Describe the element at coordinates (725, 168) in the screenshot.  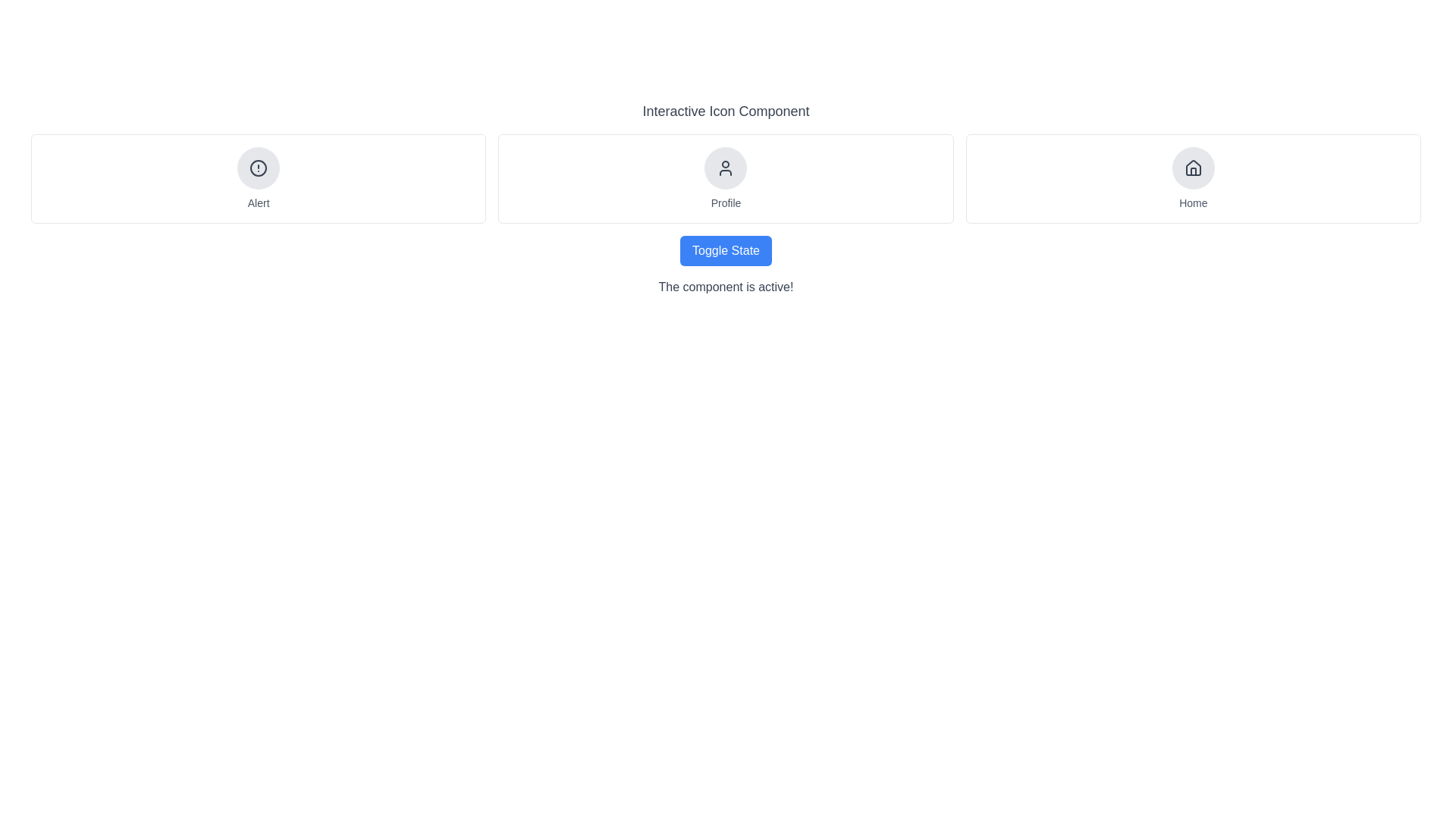
I see `the user silhouette icon representing the profile in the middle column of the interface` at that location.